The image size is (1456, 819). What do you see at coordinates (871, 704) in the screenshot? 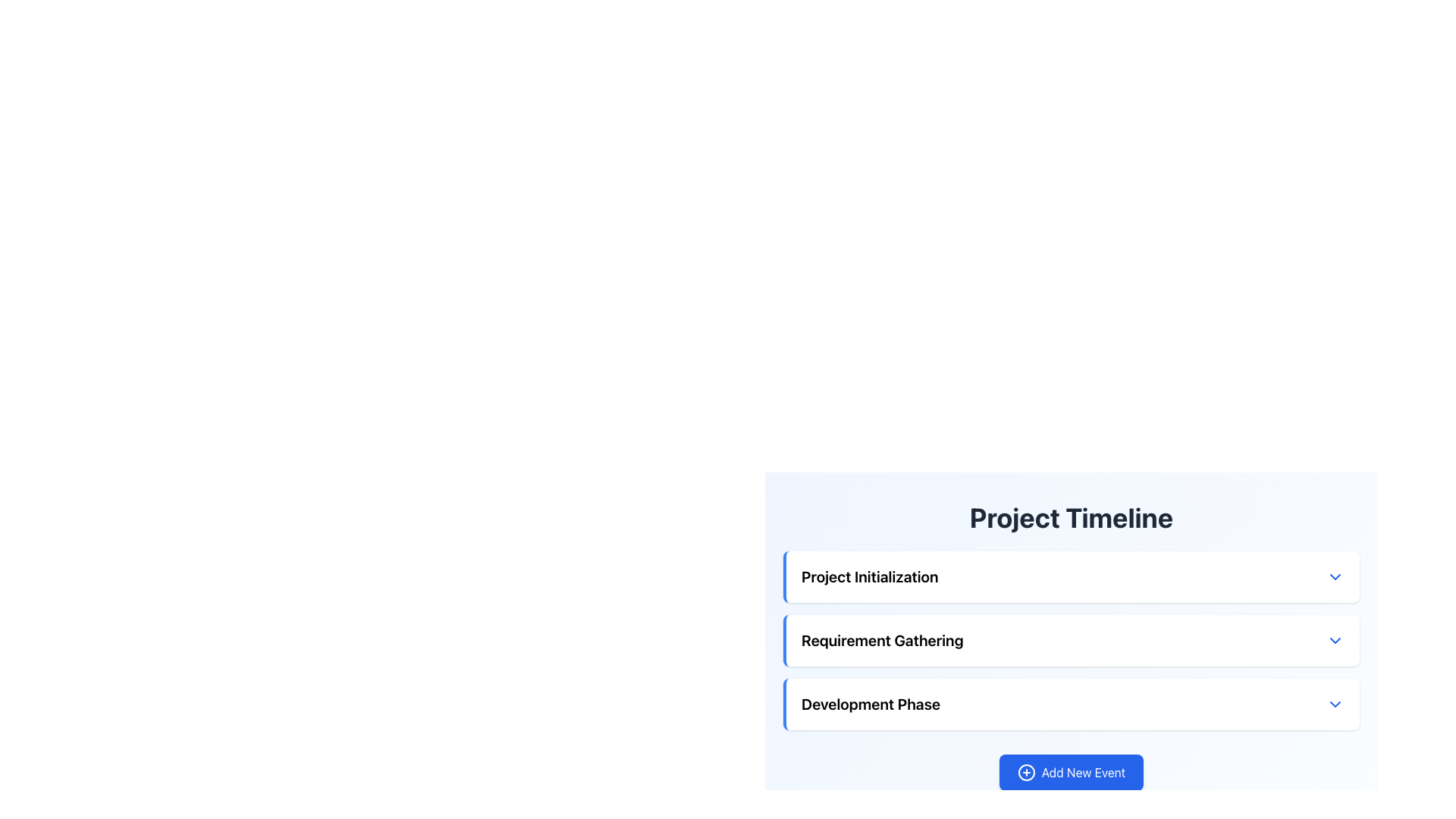
I see `the text label 'Development Phase', which is the third item in the 'Project Timeline' list, styled in a large, bold font with a blue border` at bounding box center [871, 704].